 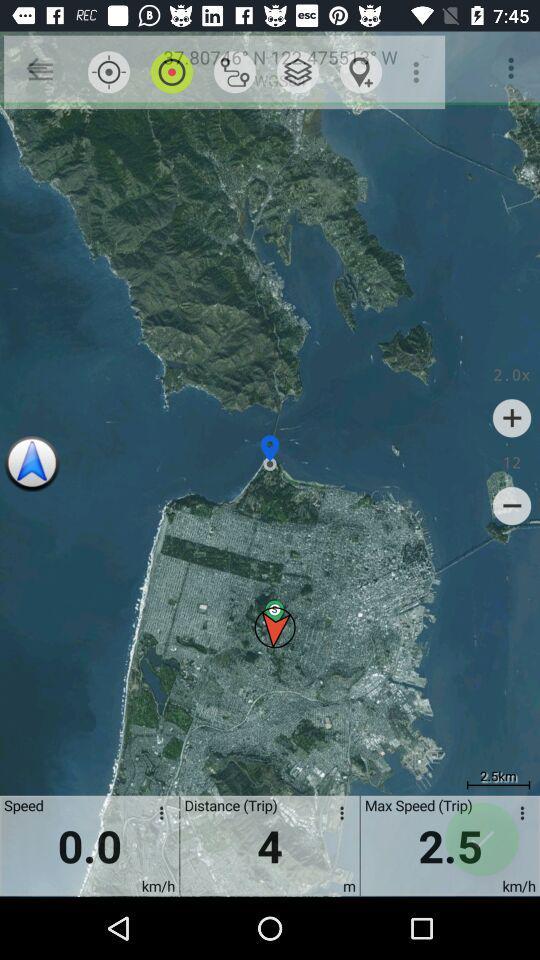 What do you see at coordinates (518, 816) in the screenshot?
I see `the more icon` at bounding box center [518, 816].